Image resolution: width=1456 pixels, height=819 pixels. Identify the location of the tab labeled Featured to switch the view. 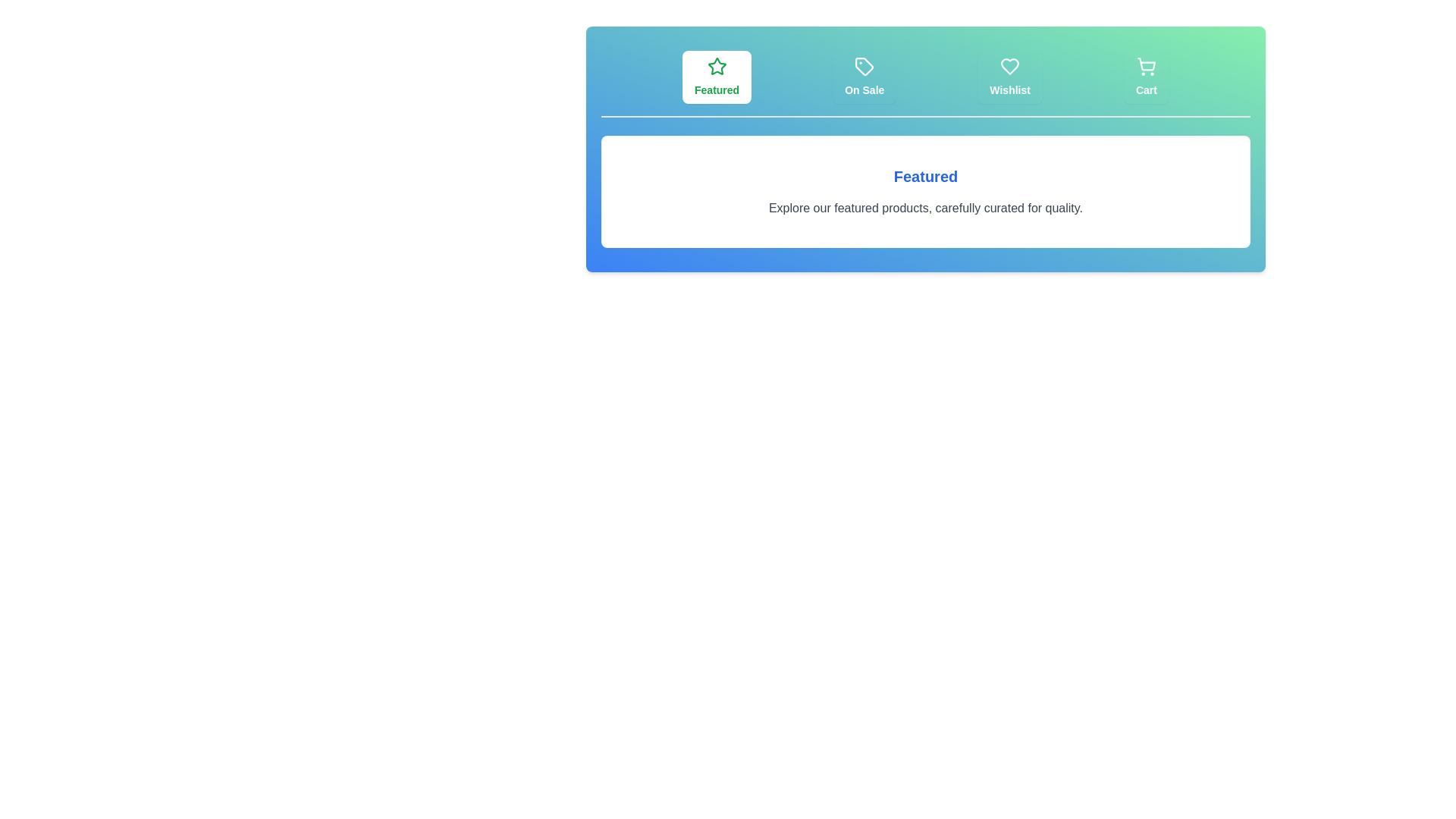
(716, 77).